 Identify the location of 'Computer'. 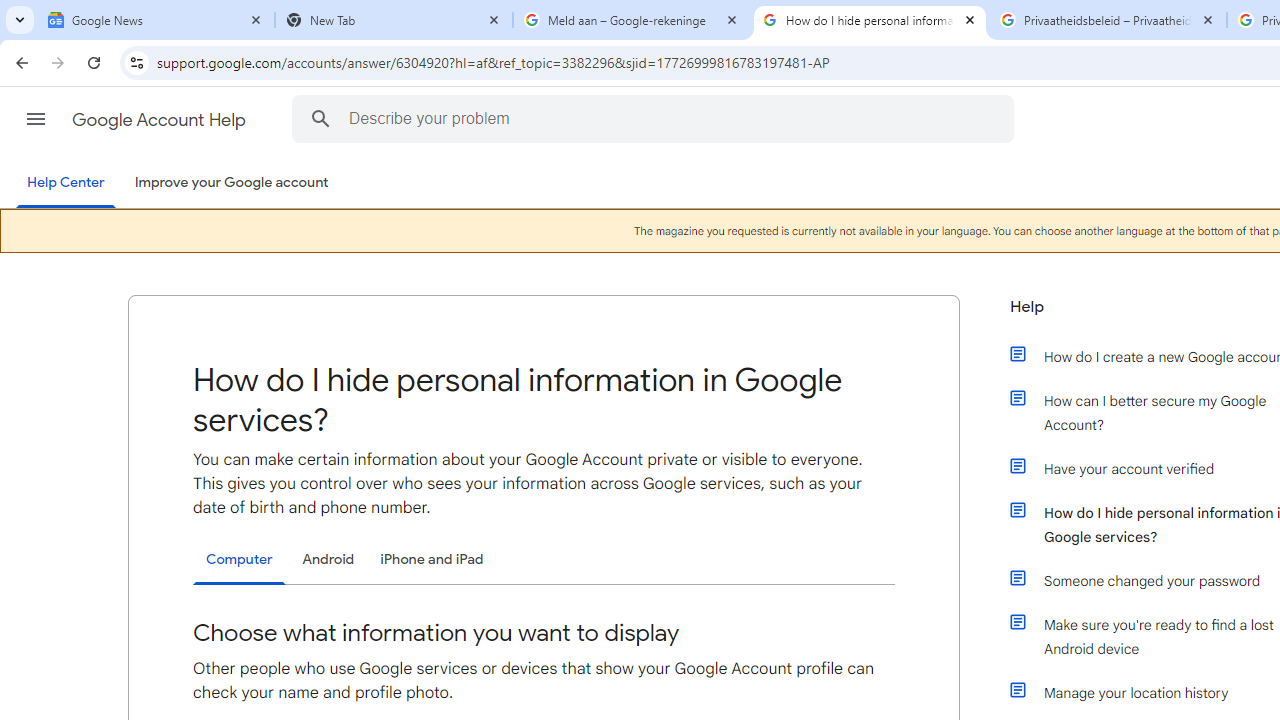
(239, 560).